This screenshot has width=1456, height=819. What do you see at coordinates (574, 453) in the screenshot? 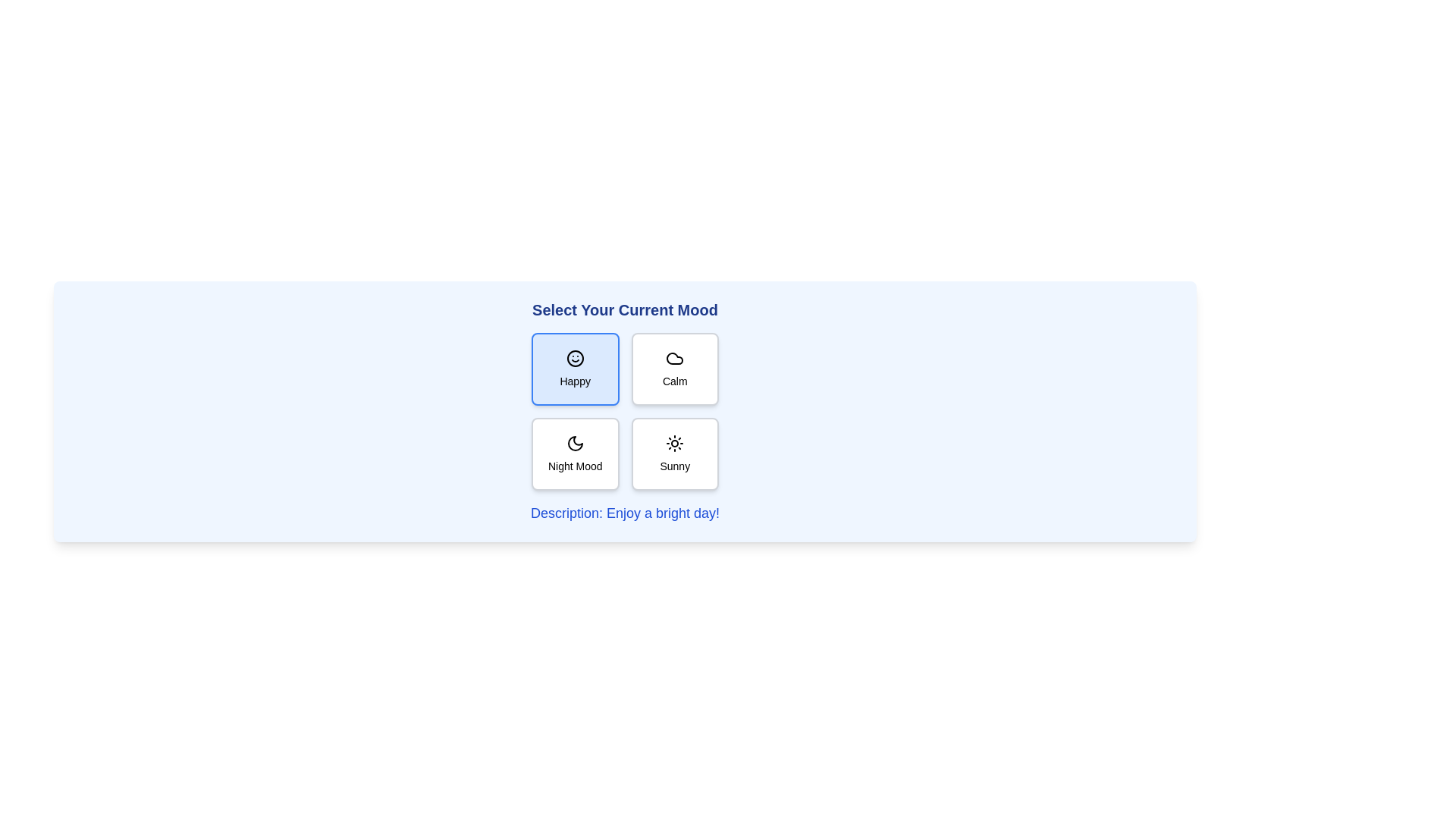
I see `the mood Night Mood by clicking its corresponding button` at bounding box center [574, 453].